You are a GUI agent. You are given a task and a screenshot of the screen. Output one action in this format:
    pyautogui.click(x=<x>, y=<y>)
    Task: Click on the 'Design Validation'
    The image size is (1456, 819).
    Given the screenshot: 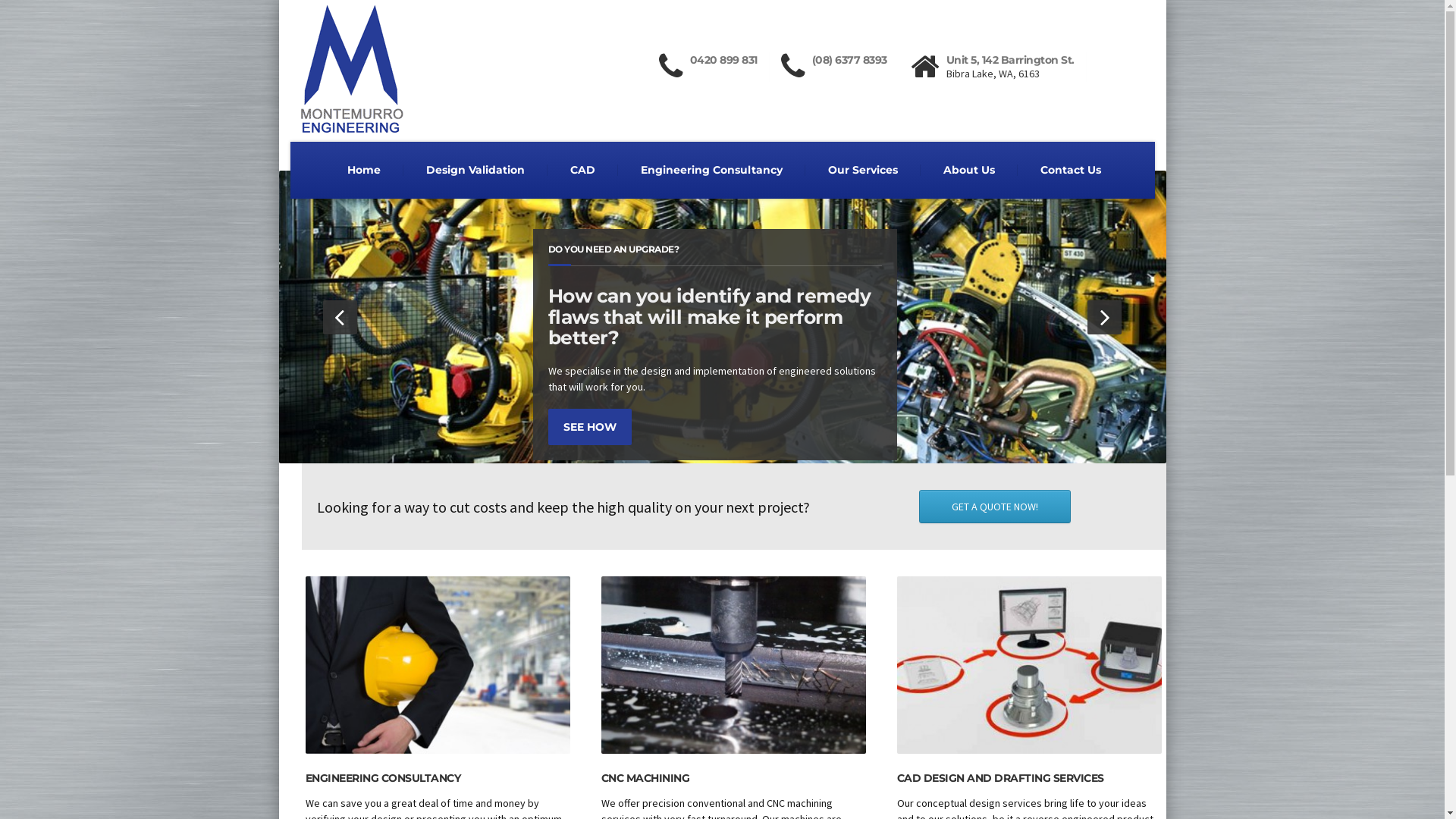 What is the action you would take?
    pyautogui.click(x=403, y=170)
    